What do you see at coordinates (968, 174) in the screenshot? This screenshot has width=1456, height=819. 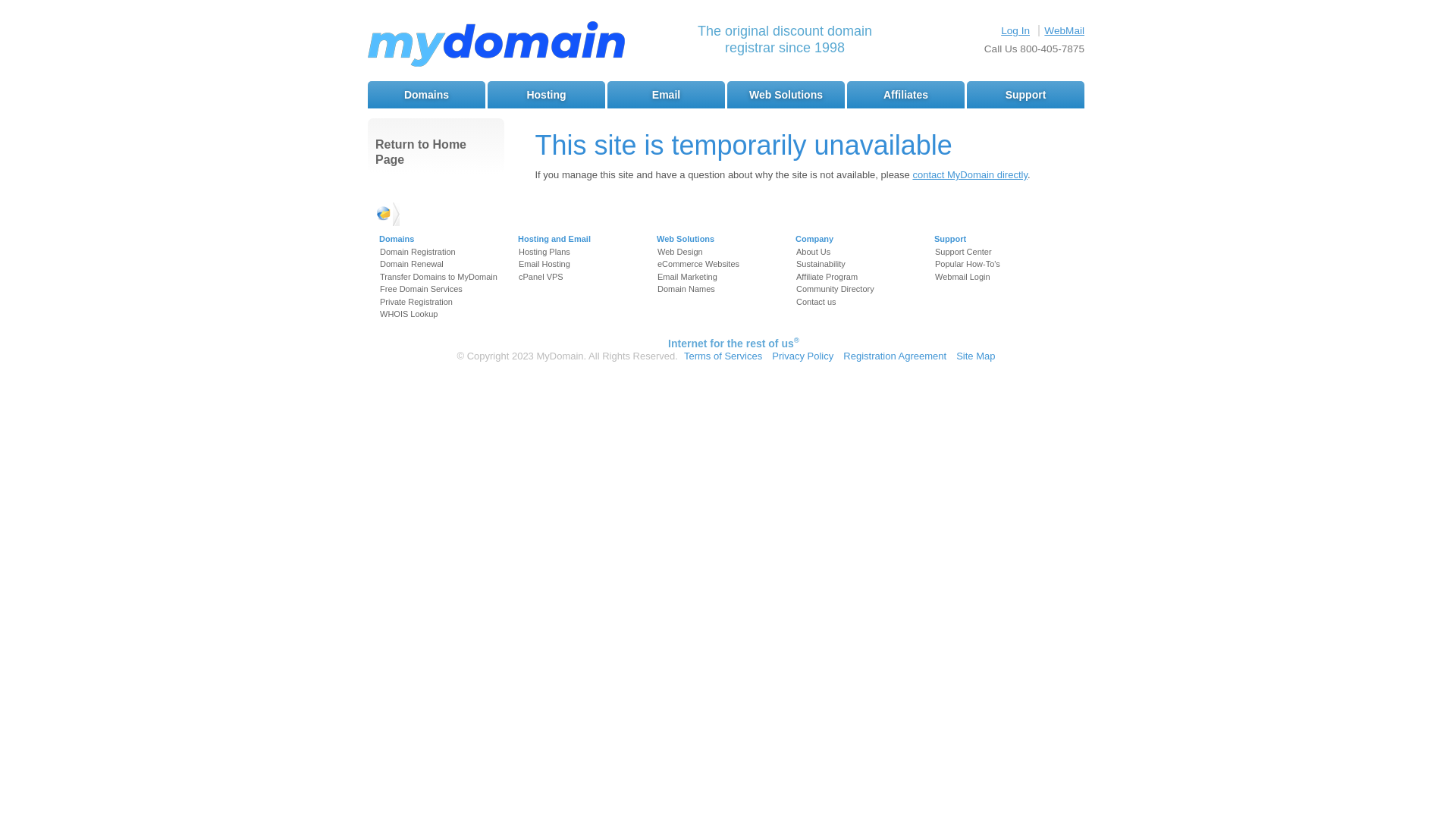 I see `'contact MyDomain directly'` at bounding box center [968, 174].